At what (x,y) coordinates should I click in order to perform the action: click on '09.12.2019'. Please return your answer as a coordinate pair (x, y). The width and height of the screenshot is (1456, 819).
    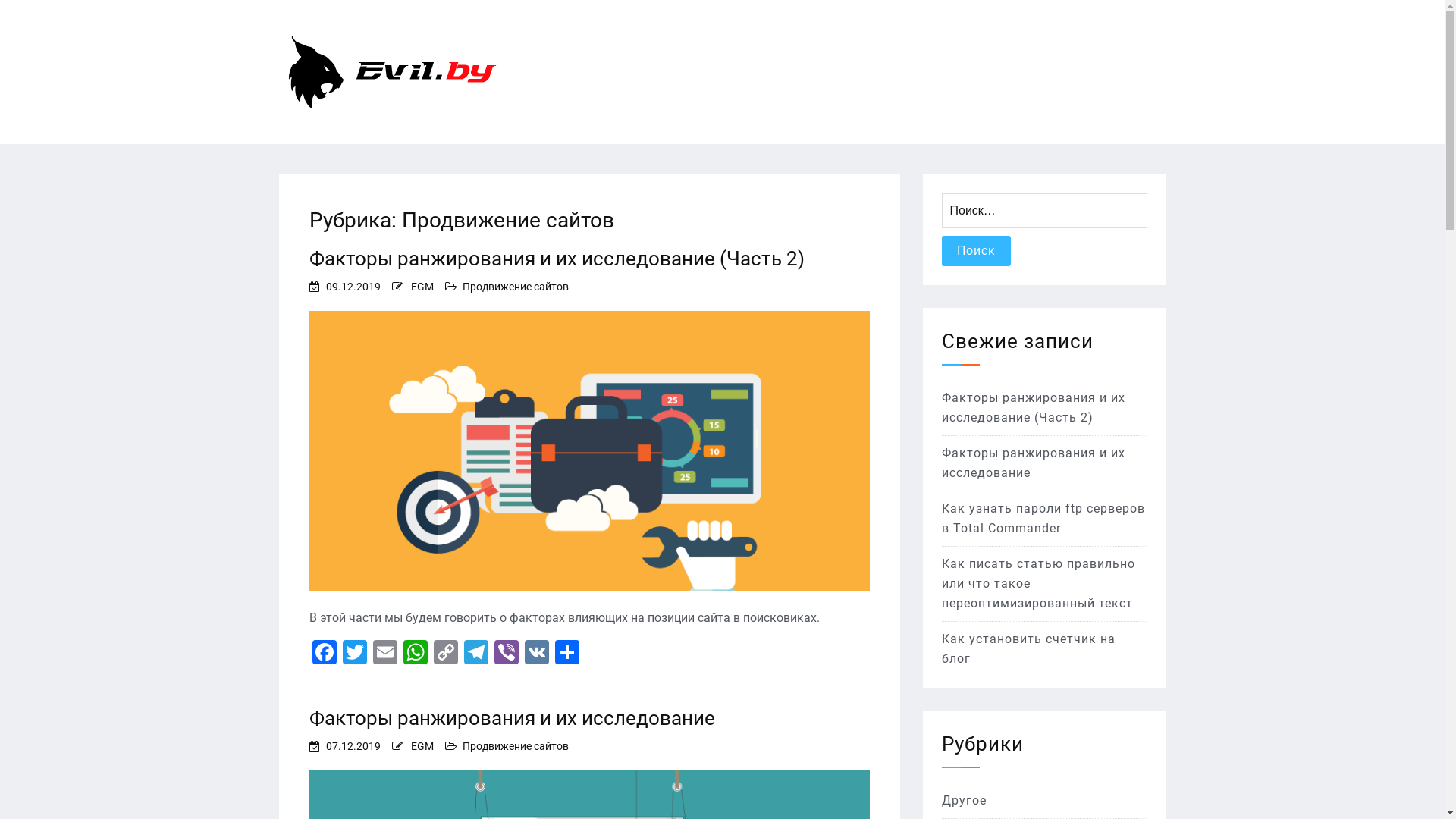
    Looking at the image, I should click on (325, 287).